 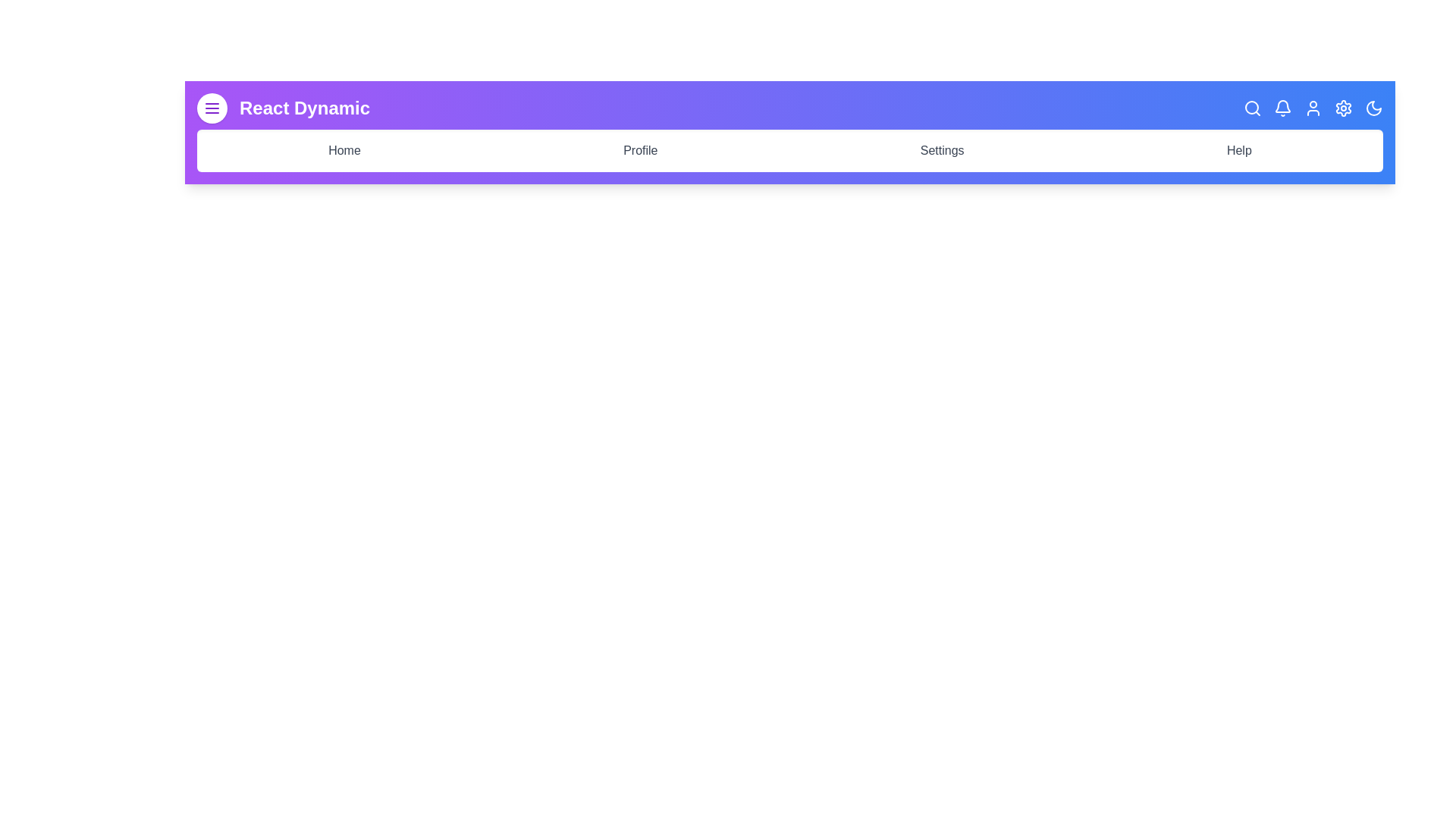 I want to click on the Search icon in the app bar, so click(x=1252, y=107).